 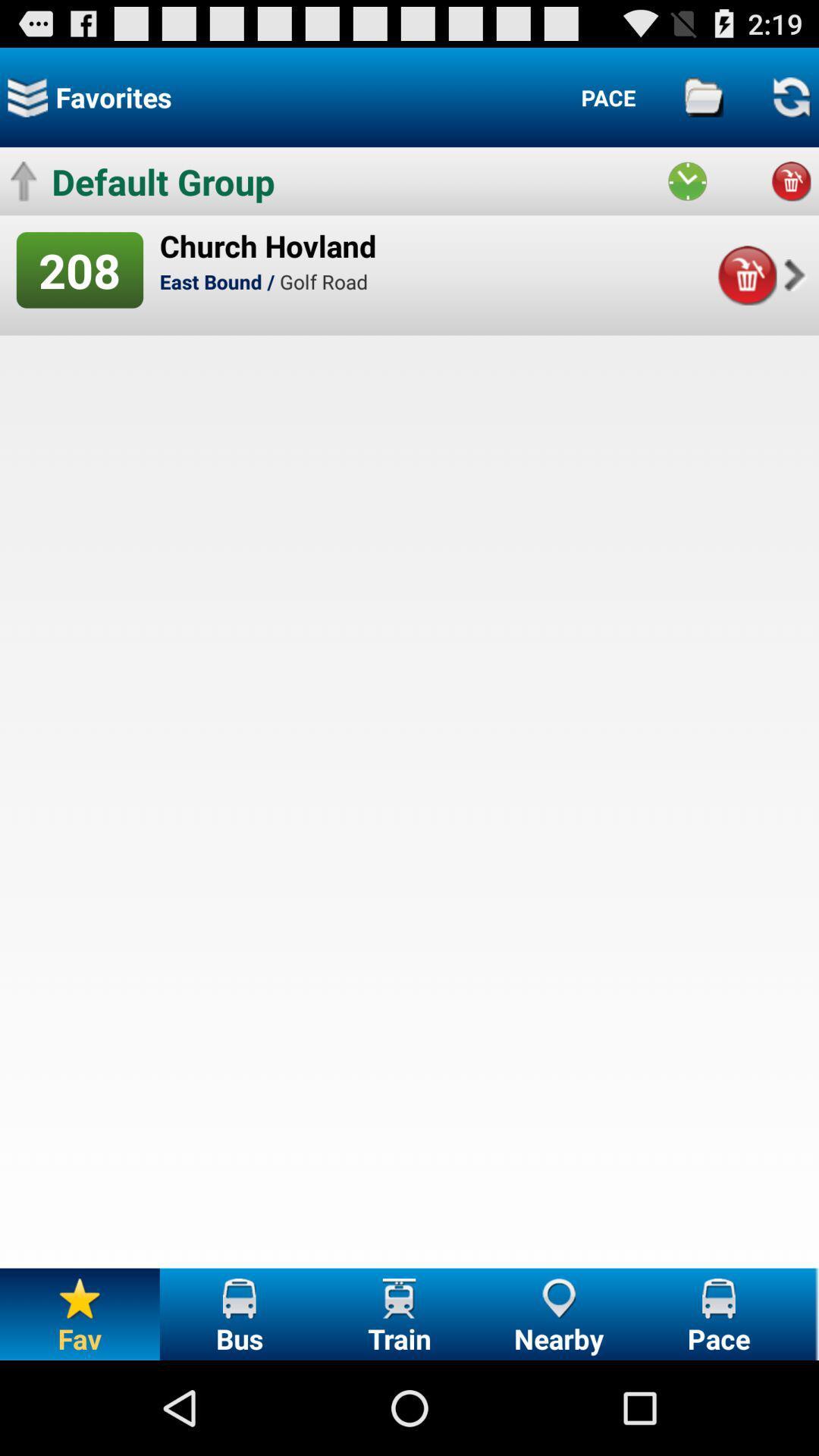 What do you see at coordinates (703, 96) in the screenshot?
I see `archived/ saved places` at bounding box center [703, 96].